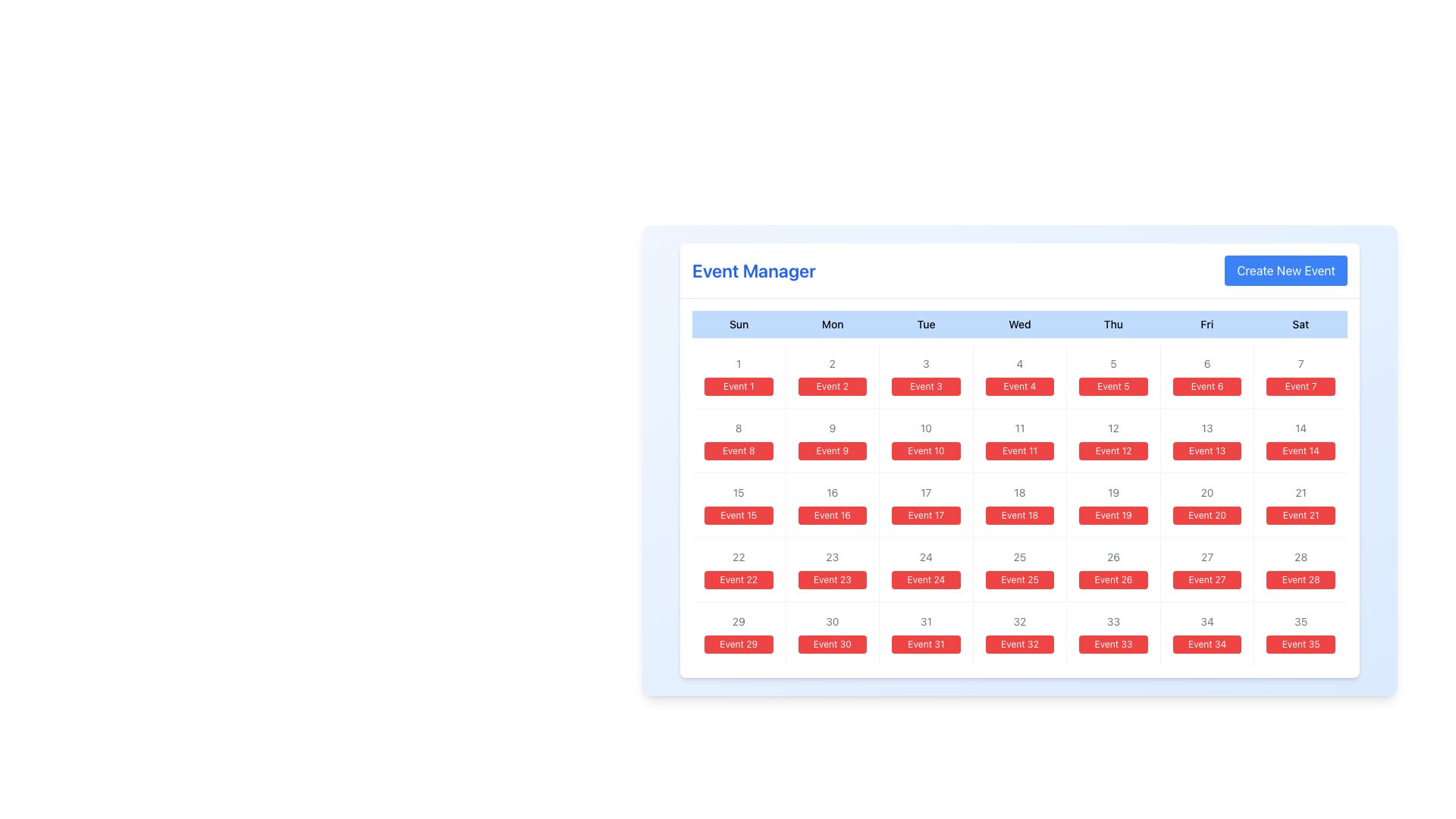 This screenshot has width=1456, height=819. What do you see at coordinates (1207, 514) in the screenshot?
I see `the red button labeled 'Event 20' located in the Friday column of the calendar grid` at bounding box center [1207, 514].